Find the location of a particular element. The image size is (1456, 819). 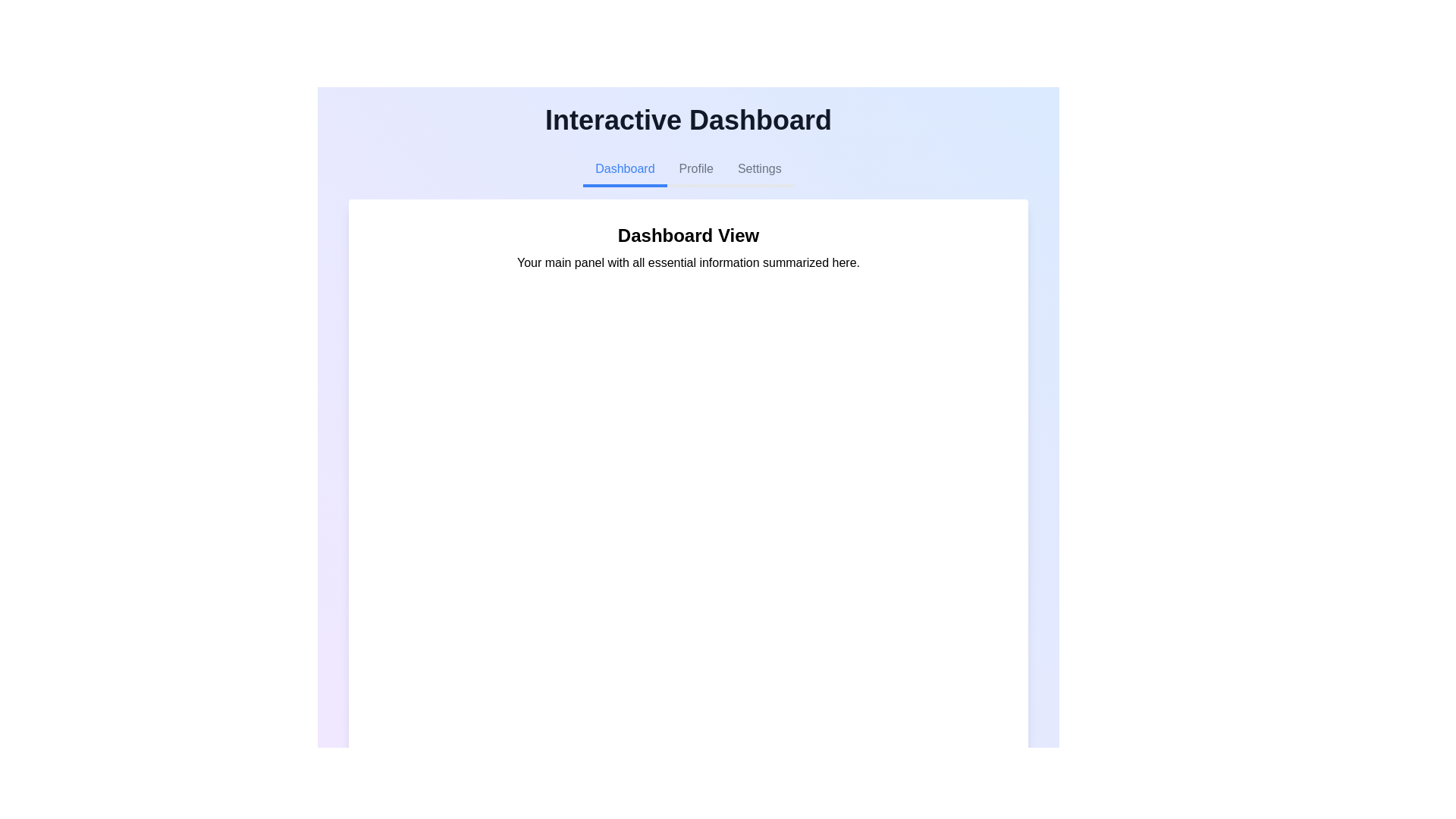

the dashboard navigation button located in the upper section of the interface, which is the first button among three in a horizontal navigation bar is located at coordinates (625, 170).